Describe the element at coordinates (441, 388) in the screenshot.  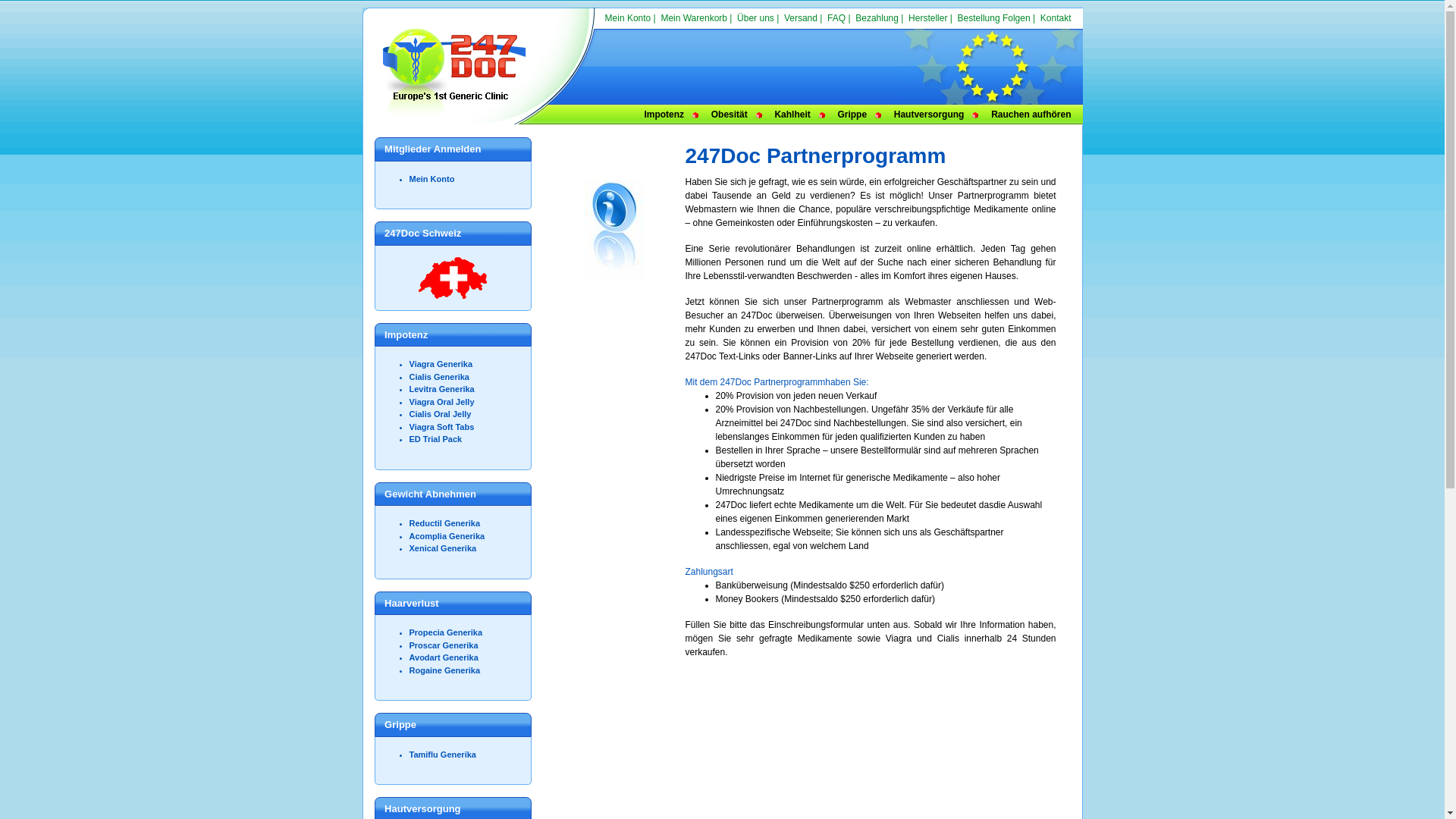
I see `'Levitra Generika'` at that location.